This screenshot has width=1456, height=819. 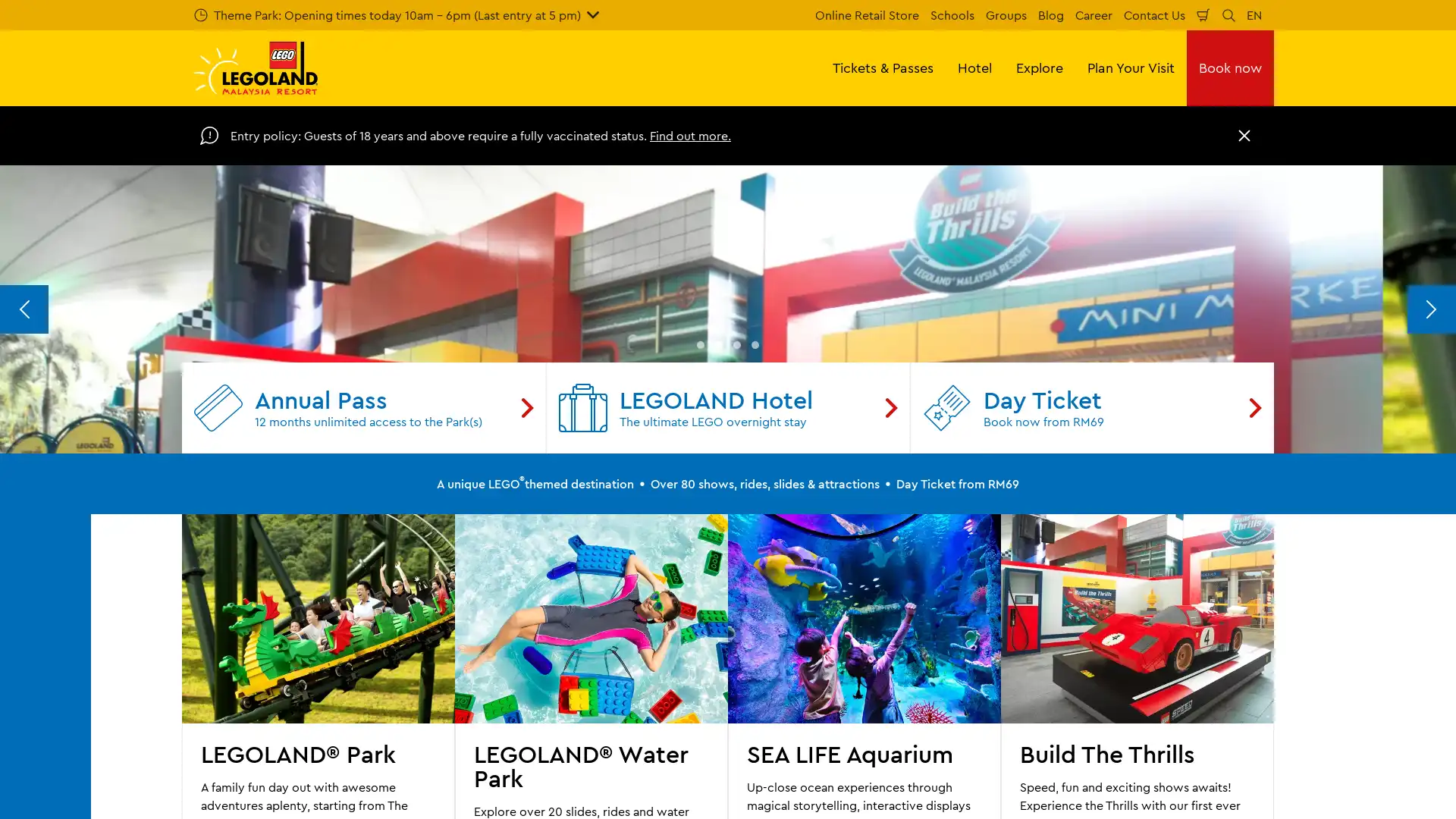 I want to click on Book now, so click(x=1230, y=67).